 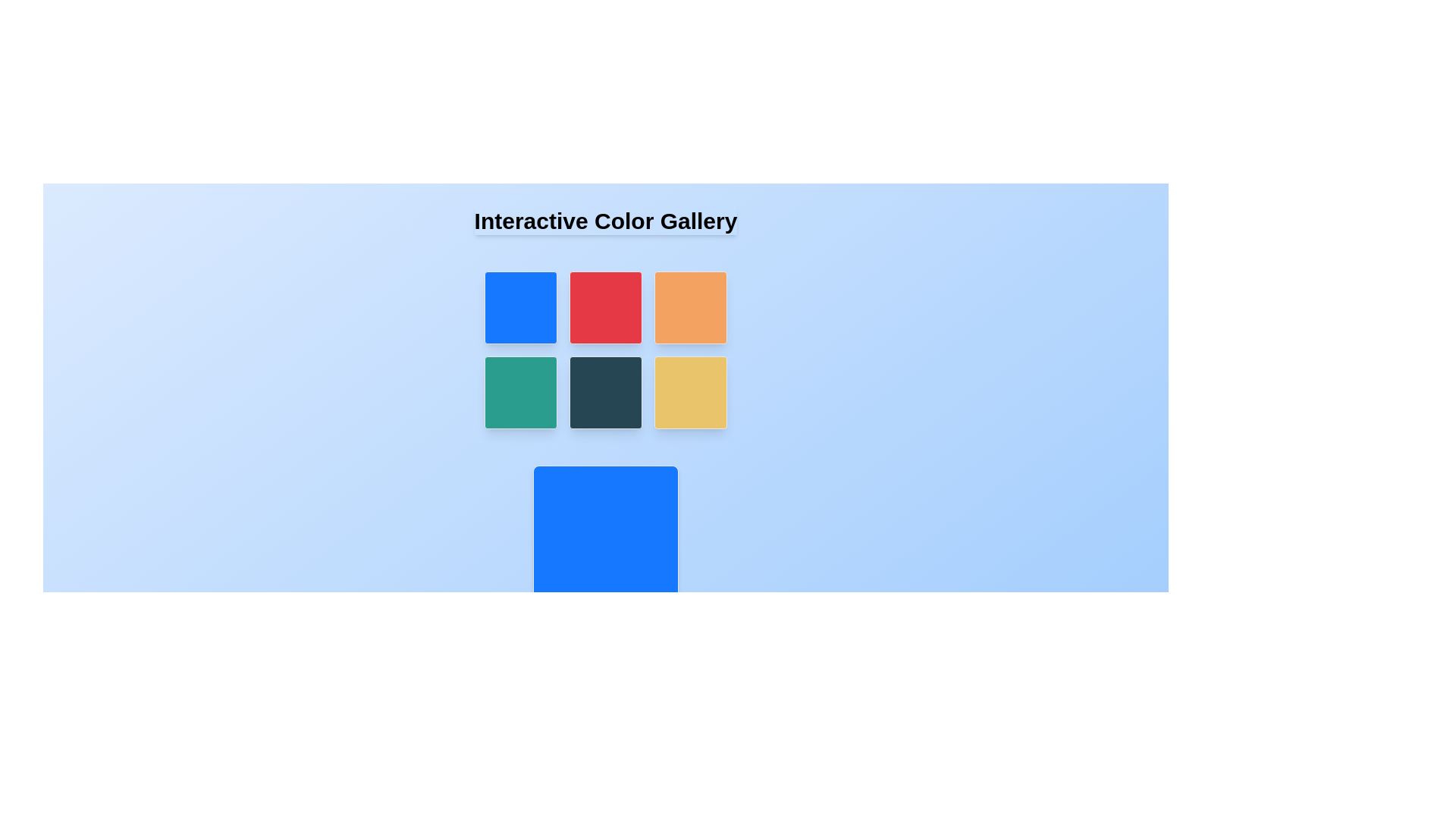 What do you see at coordinates (604, 391) in the screenshot?
I see `the interactive button located in the middle column of the second row within the grid layout of the Interactive Color Gallery` at bounding box center [604, 391].